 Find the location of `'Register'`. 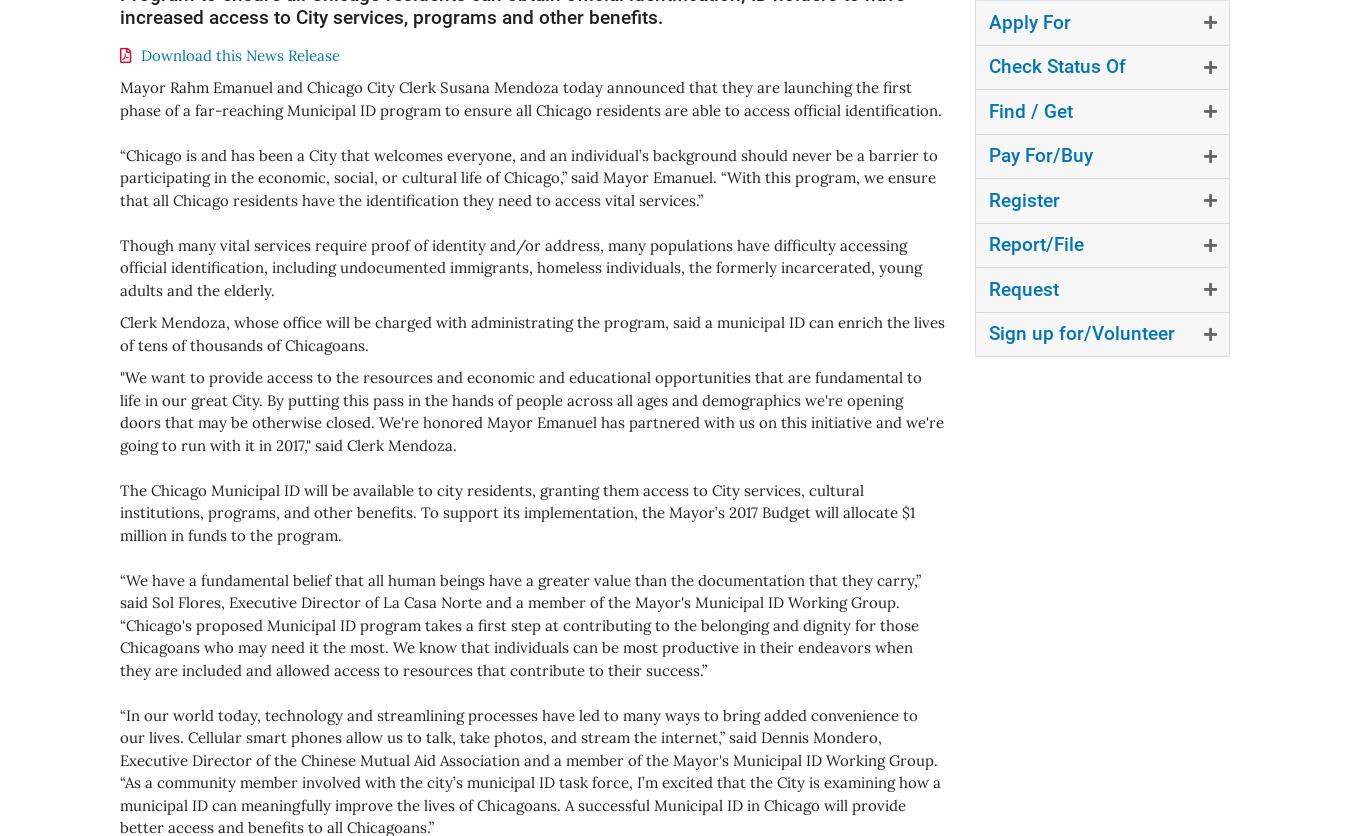

'Register' is located at coordinates (987, 198).